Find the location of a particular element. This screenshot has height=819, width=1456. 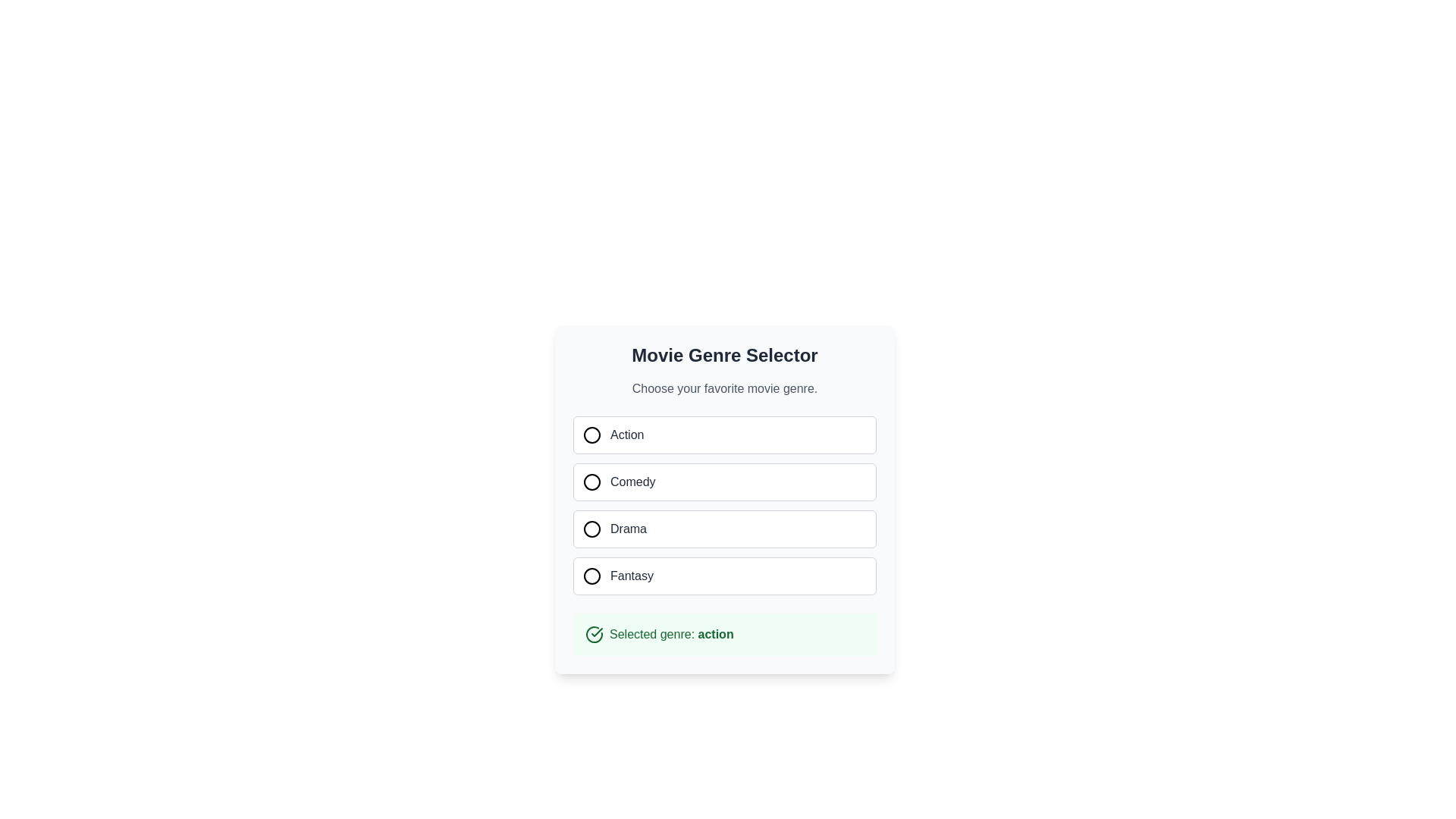

the radio button for the 'Fantasy' movie genre is located at coordinates (723, 576).